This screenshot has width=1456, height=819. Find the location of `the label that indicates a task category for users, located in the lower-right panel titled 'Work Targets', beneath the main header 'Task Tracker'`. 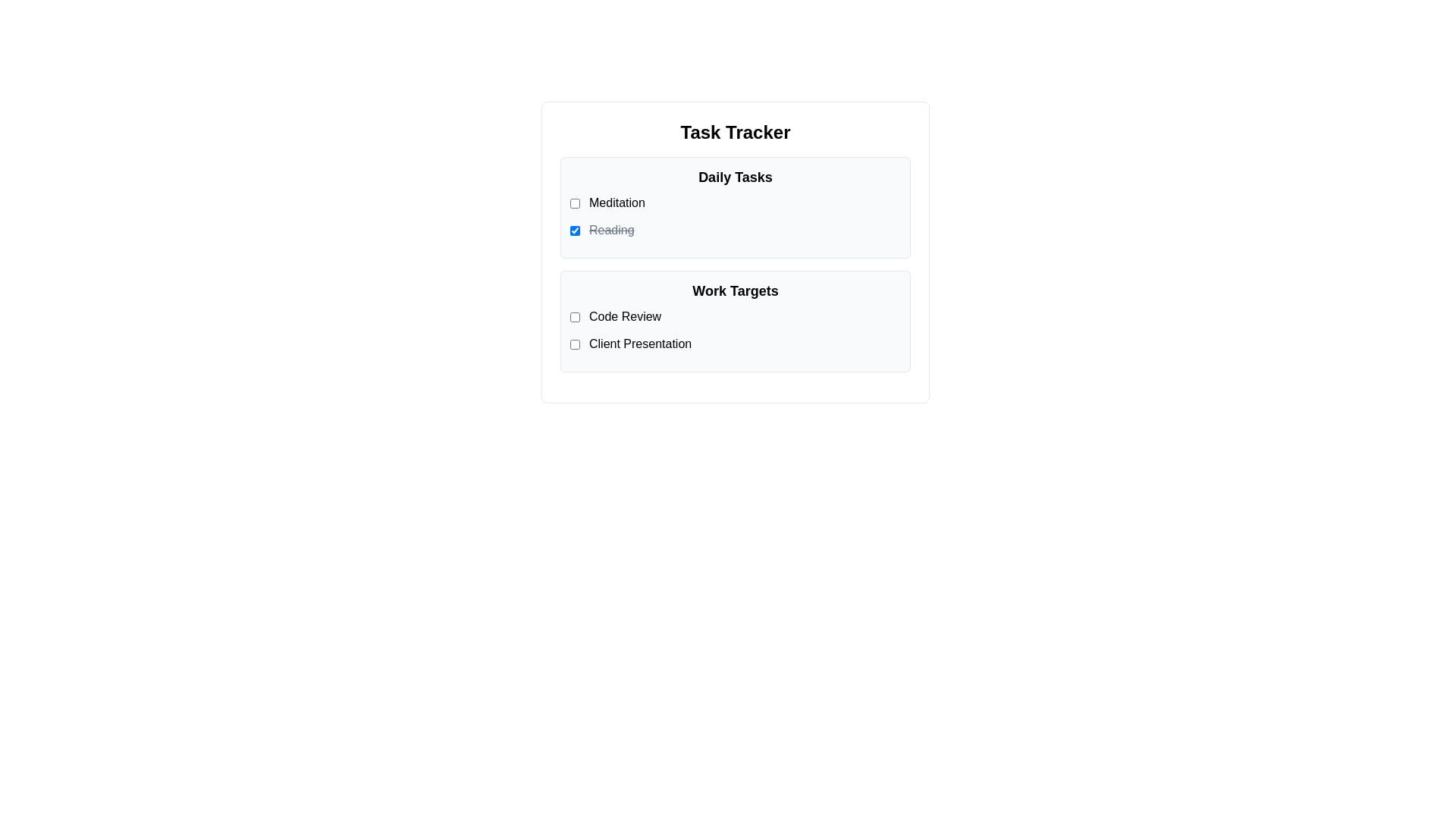

the label that indicates a task category for users, located in the lower-right panel titled 'Work Targets', beneath the main header 'Task Tracker' is located at coordinates (625, 315).